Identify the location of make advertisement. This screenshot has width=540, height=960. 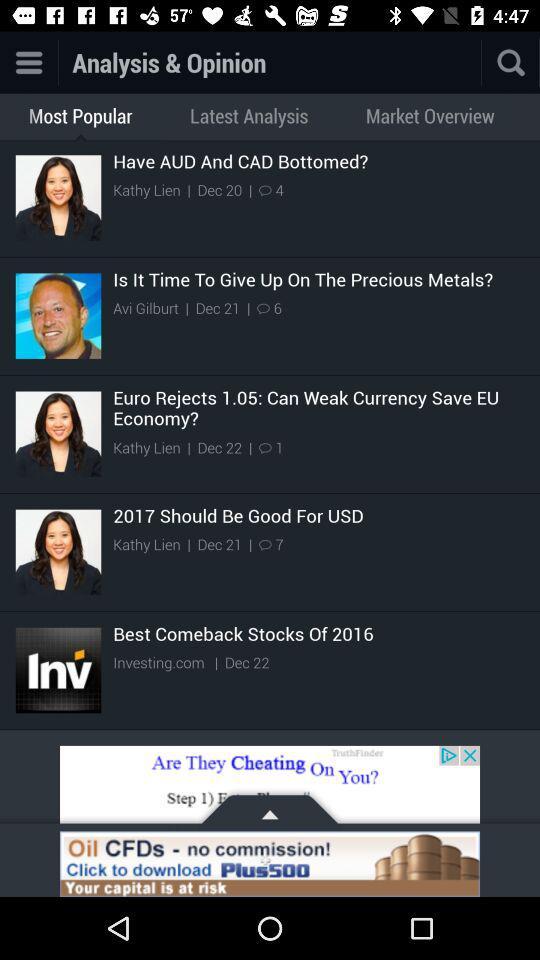
(270, 788).